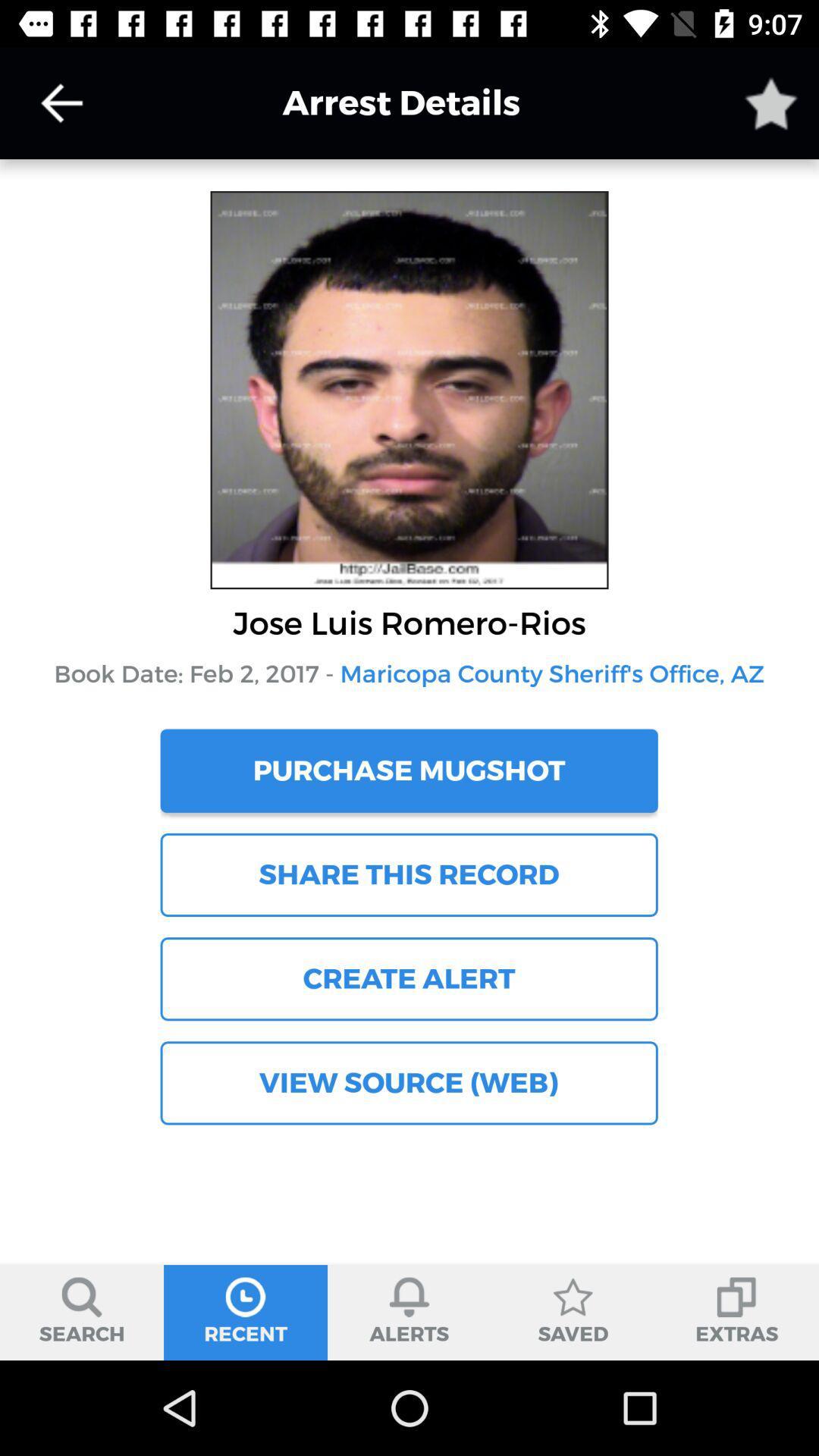 The height and width of the screenshot is (1456, 819). What do you see at coordinates (771, 102) in the screenshot?
I see `icon next to the       arrest details` at bounding box center [771, 102].